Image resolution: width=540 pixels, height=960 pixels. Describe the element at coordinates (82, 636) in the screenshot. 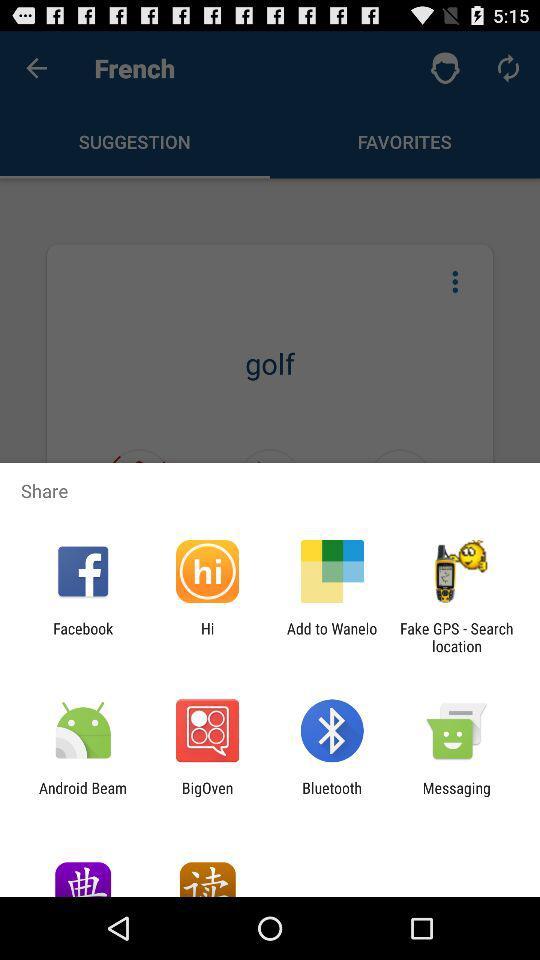

I see `facebook app` at that location.